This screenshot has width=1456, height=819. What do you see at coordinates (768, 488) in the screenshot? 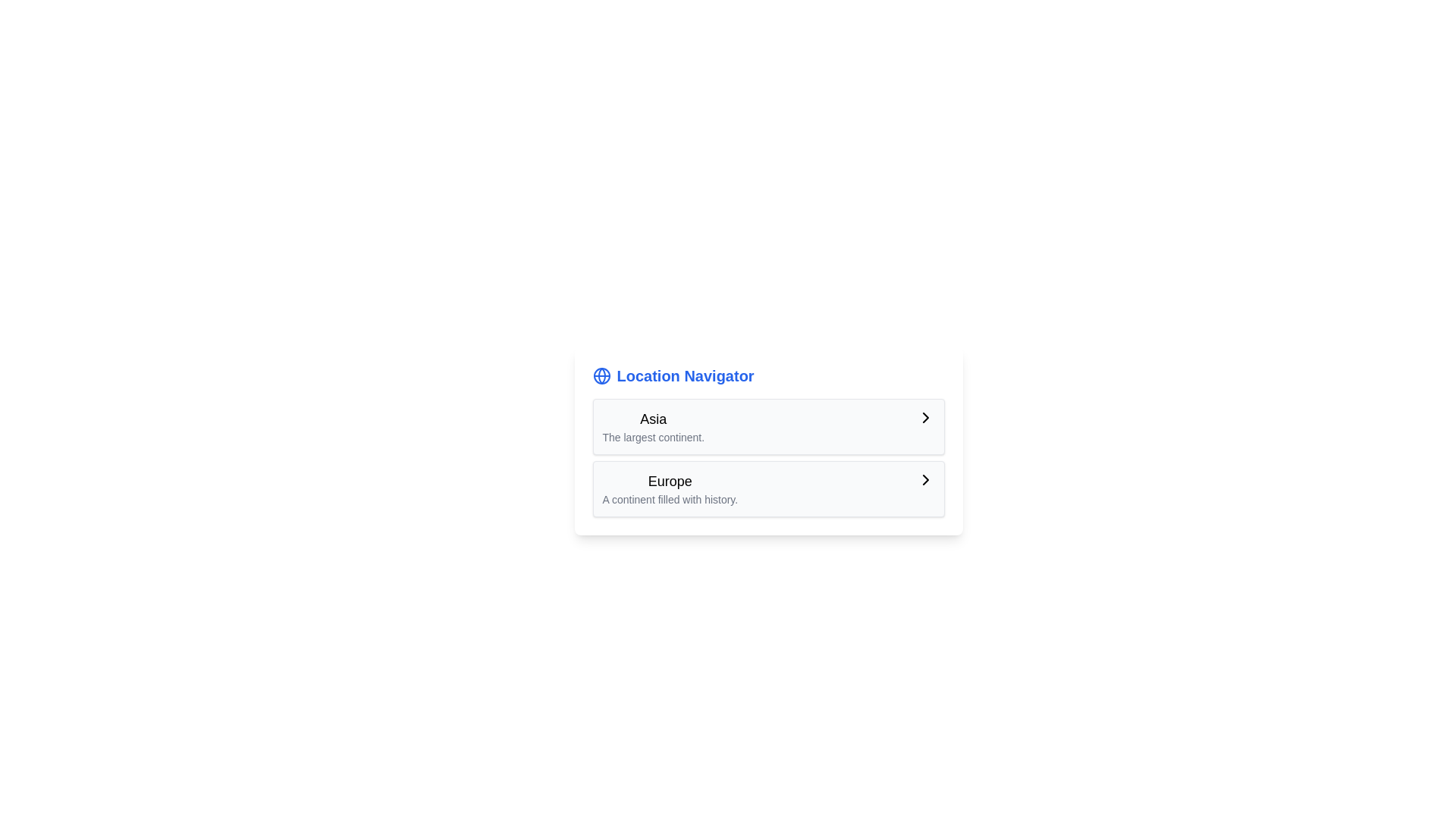
I see `the 'Europe' button located under the 'Location Navigator' section` at bounding box center [768, 488].